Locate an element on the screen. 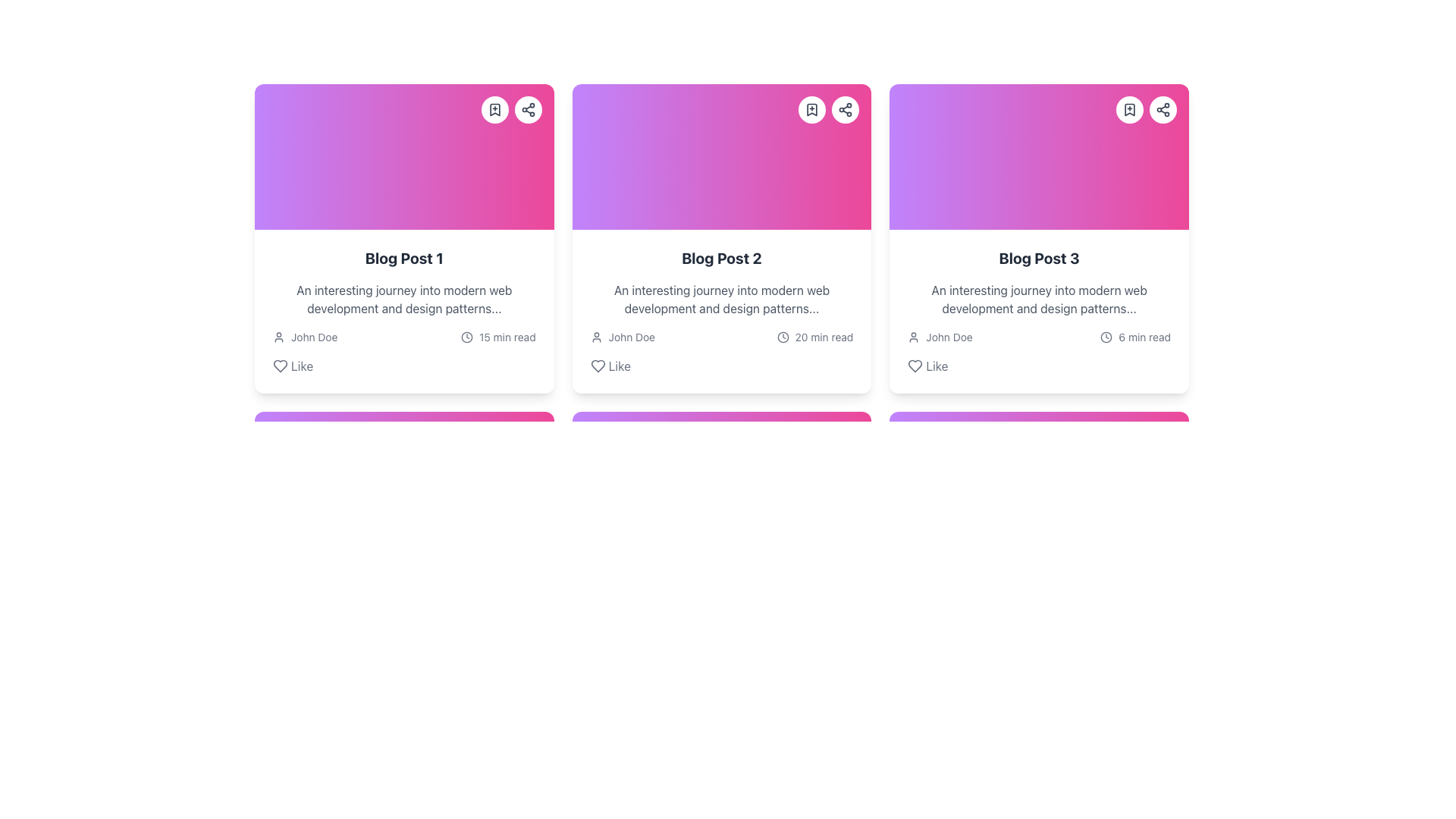  the share button located in the top-right corner of the second card is located at coordinates (845, 109).